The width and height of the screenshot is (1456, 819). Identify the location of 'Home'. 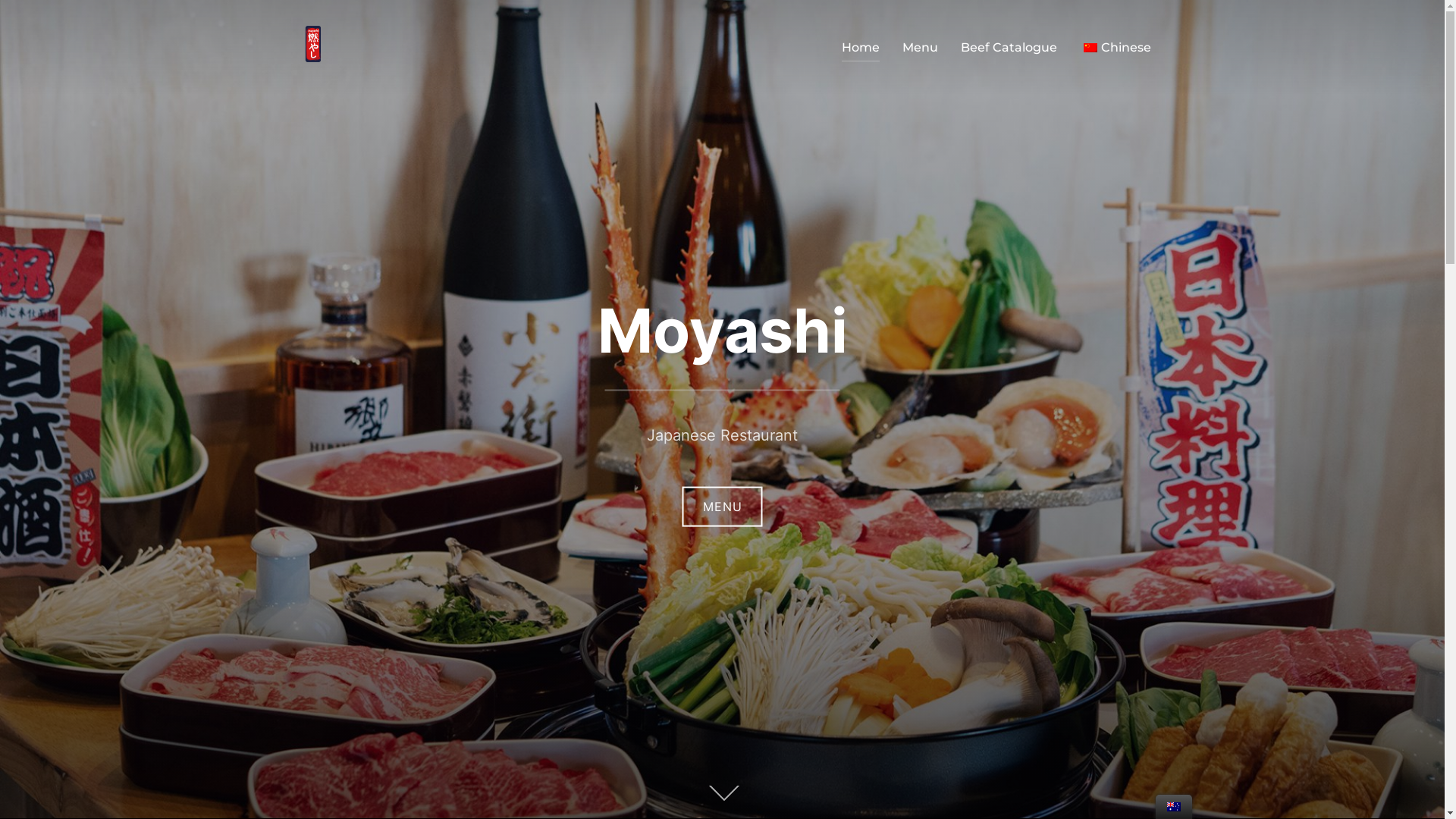
(860, 46).